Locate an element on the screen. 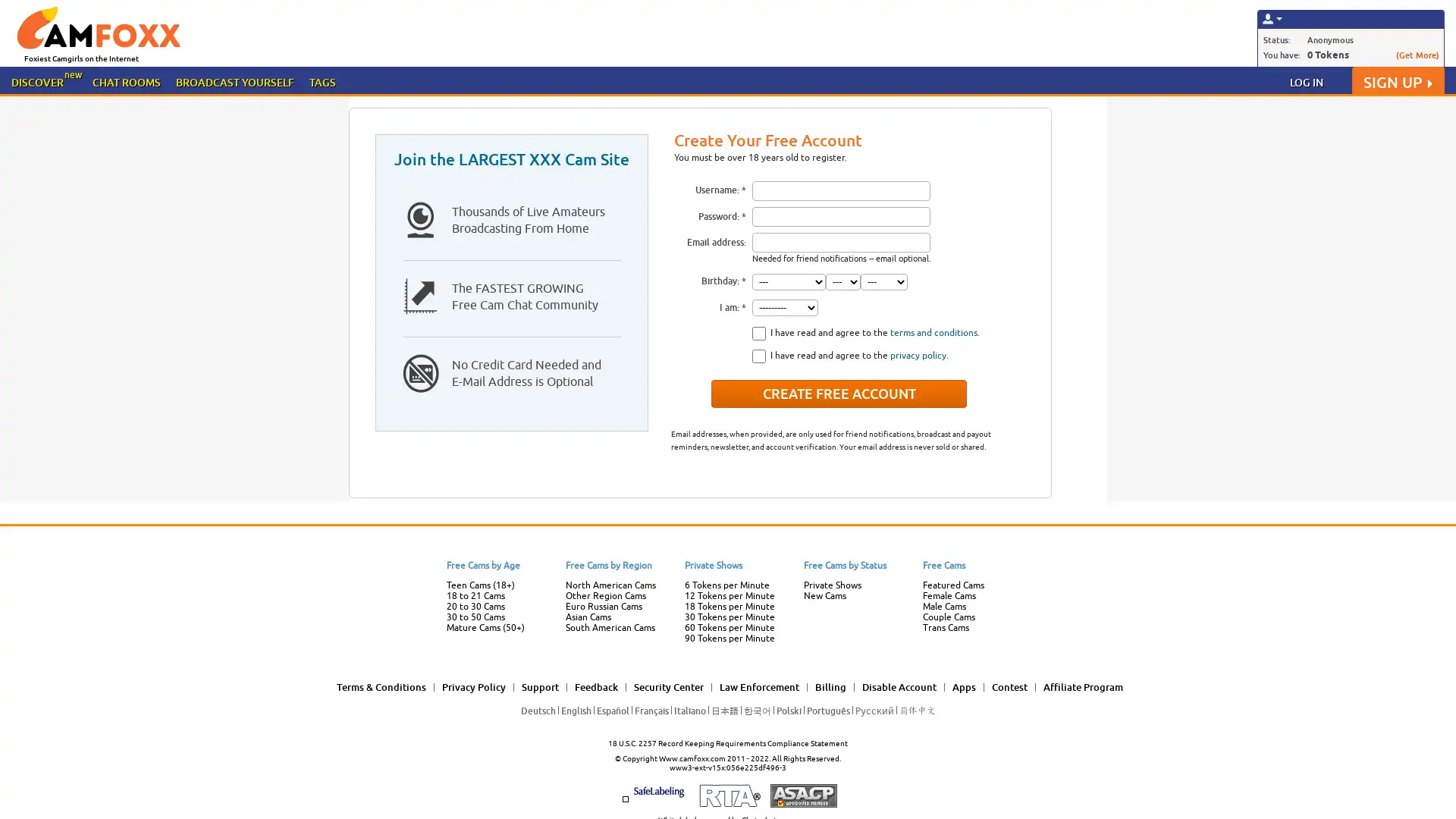 This screenshot has height=819, width=1456. Deutsch is located at coordinates (538, 711).